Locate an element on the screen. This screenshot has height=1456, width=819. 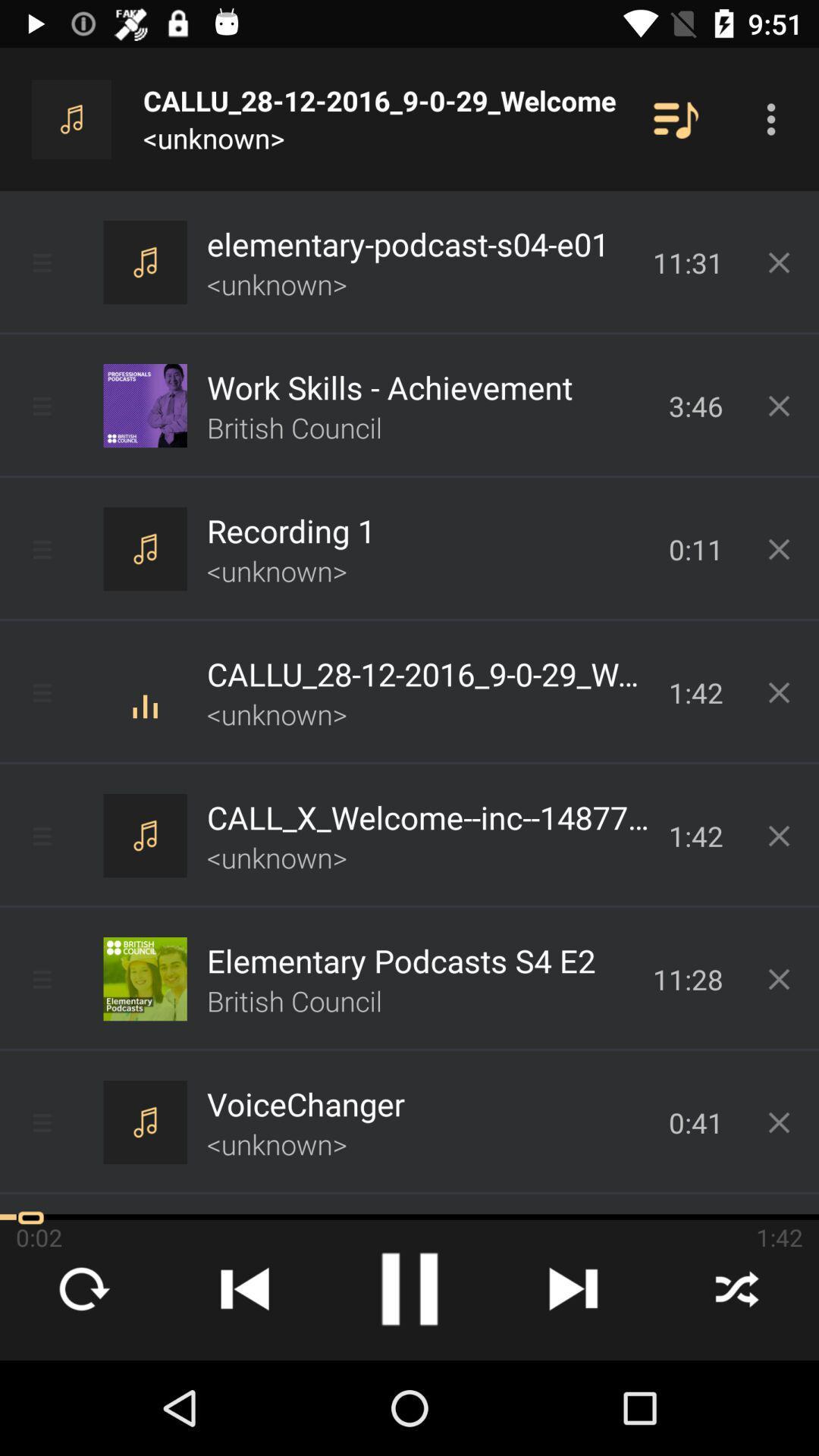
the close icon is located at coordinates (736, 1288).